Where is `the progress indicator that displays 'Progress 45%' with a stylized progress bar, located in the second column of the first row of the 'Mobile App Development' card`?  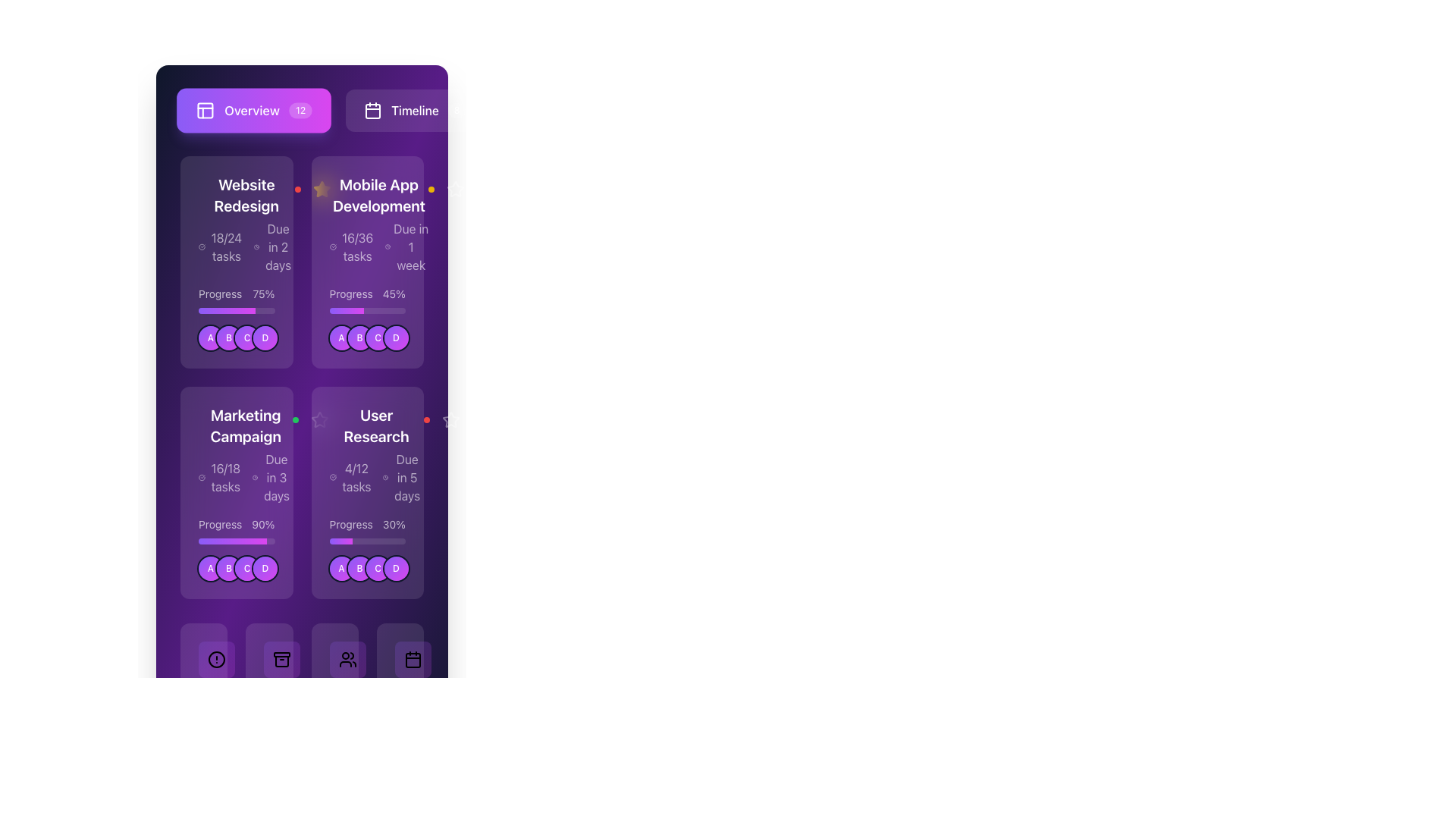
the progress indicator that displays 'Progress 45%' with a stylized progress bar, located in the second column of the first row of the 'Mobile App Development' card is located at coordinates (367, 300).